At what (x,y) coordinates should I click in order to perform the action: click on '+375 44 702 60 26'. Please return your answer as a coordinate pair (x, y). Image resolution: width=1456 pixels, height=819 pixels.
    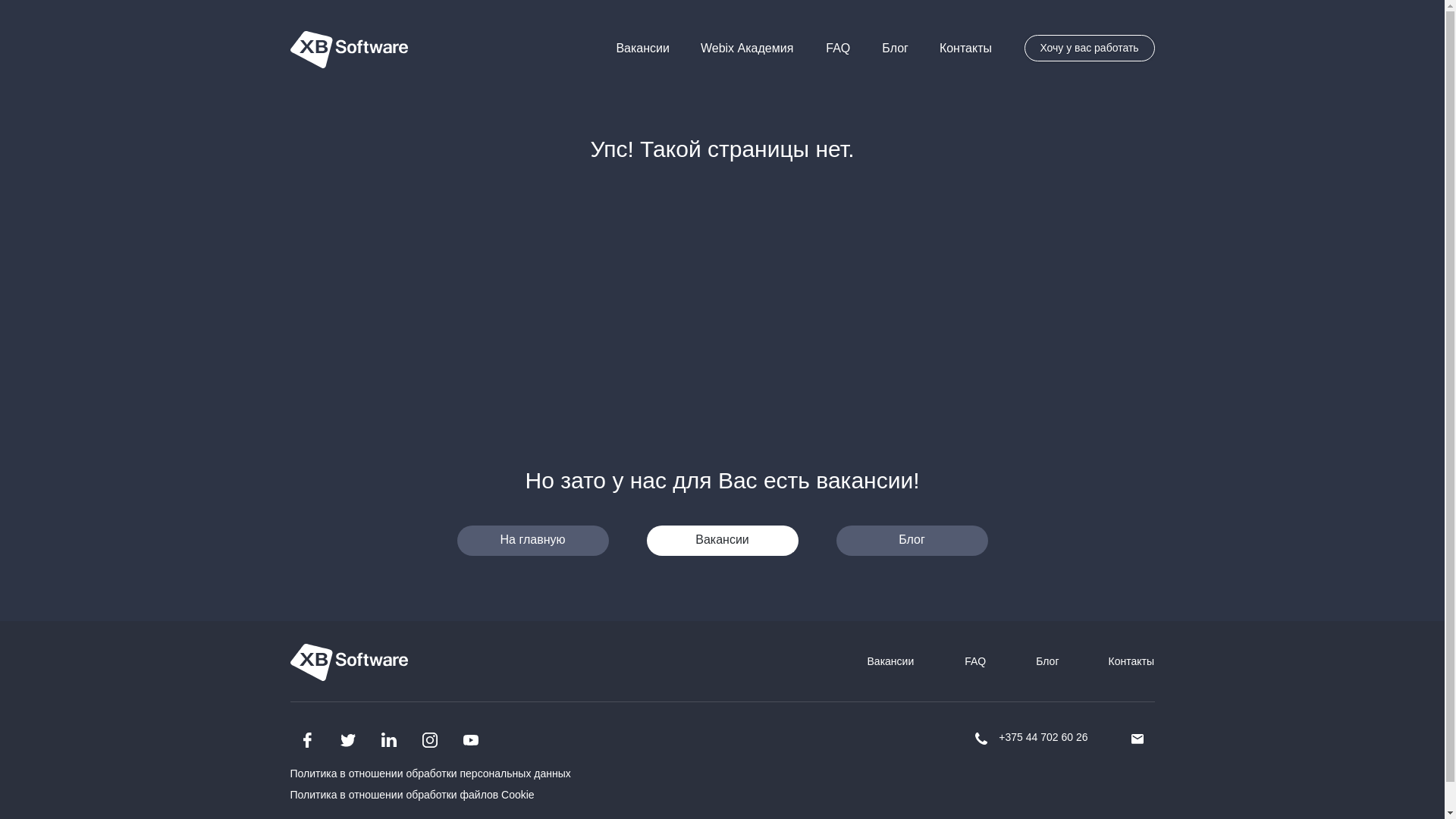
    Looking at the image, I should click on (1042, 736).